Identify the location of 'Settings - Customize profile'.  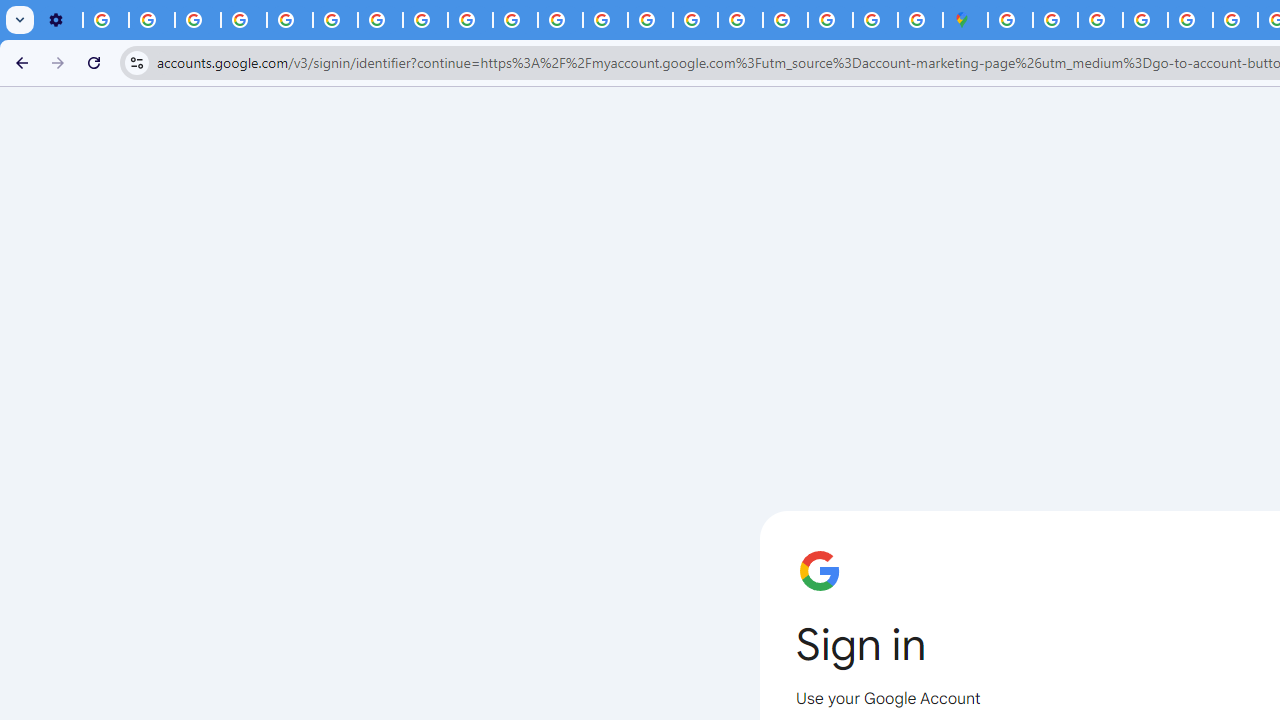
(60, 20).